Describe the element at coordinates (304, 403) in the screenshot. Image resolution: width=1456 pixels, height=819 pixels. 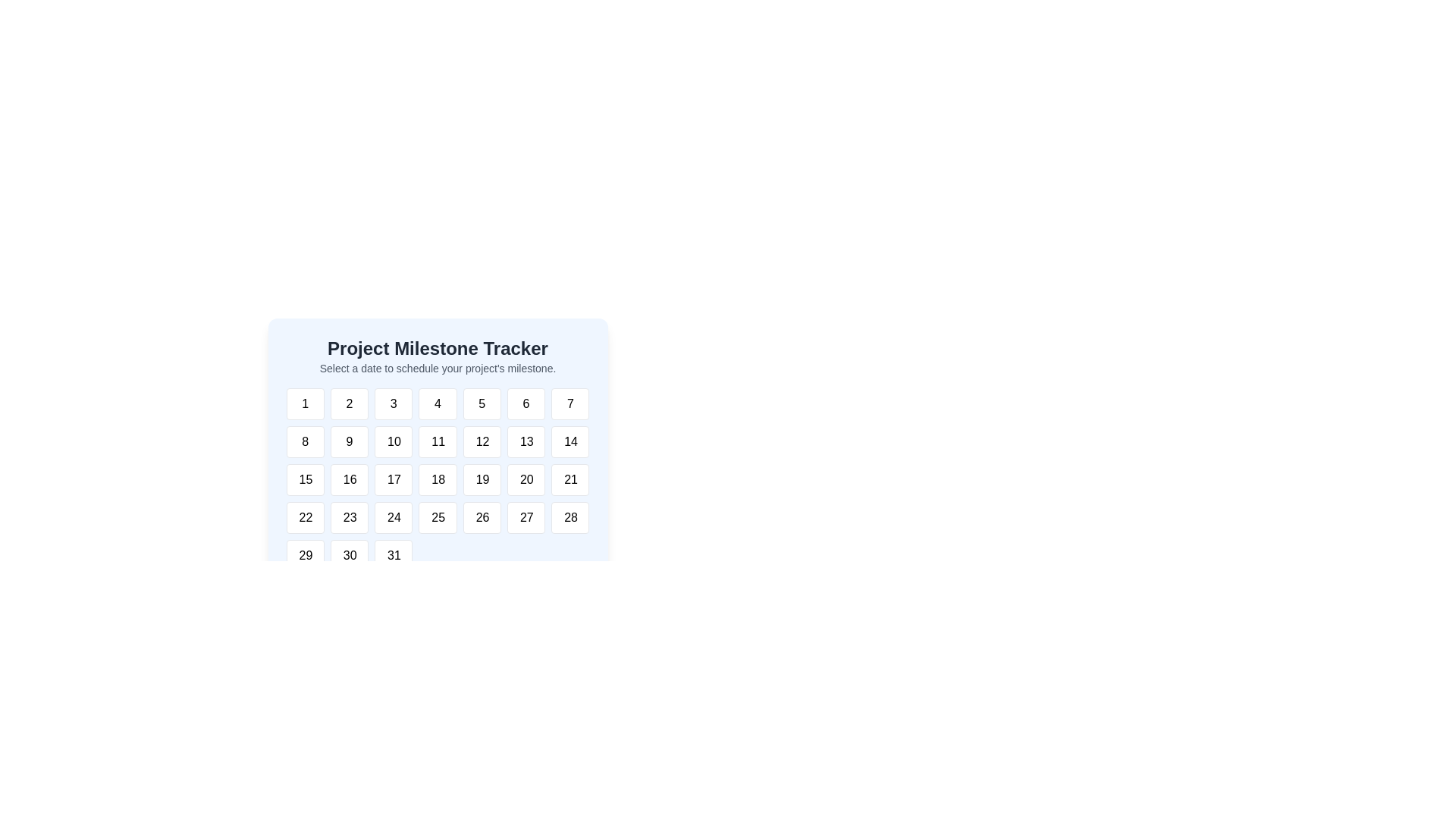
I see `the first button in the calendar interface` at that location.